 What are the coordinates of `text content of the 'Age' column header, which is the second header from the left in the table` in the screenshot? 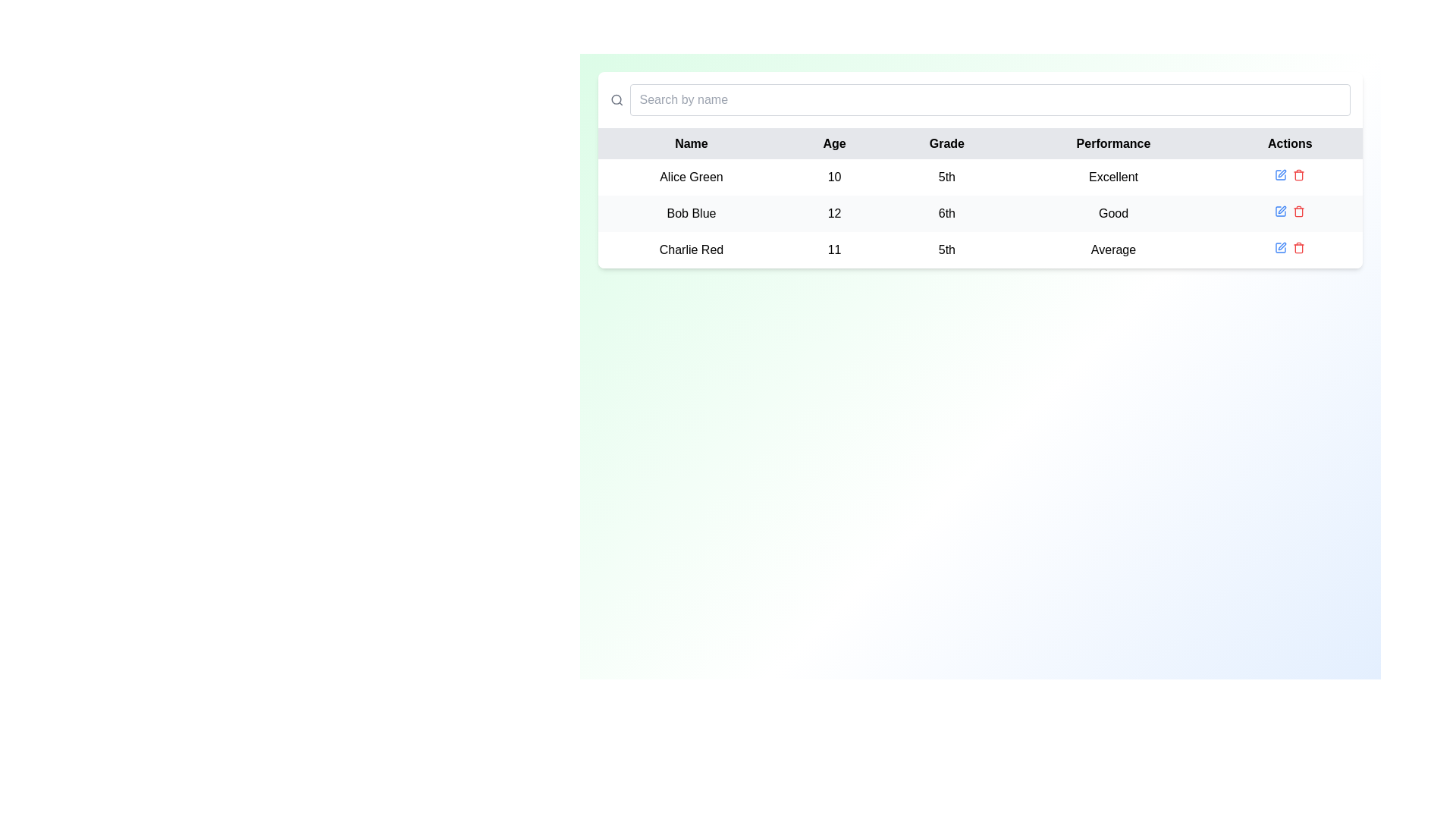 It's located at (833, 143).